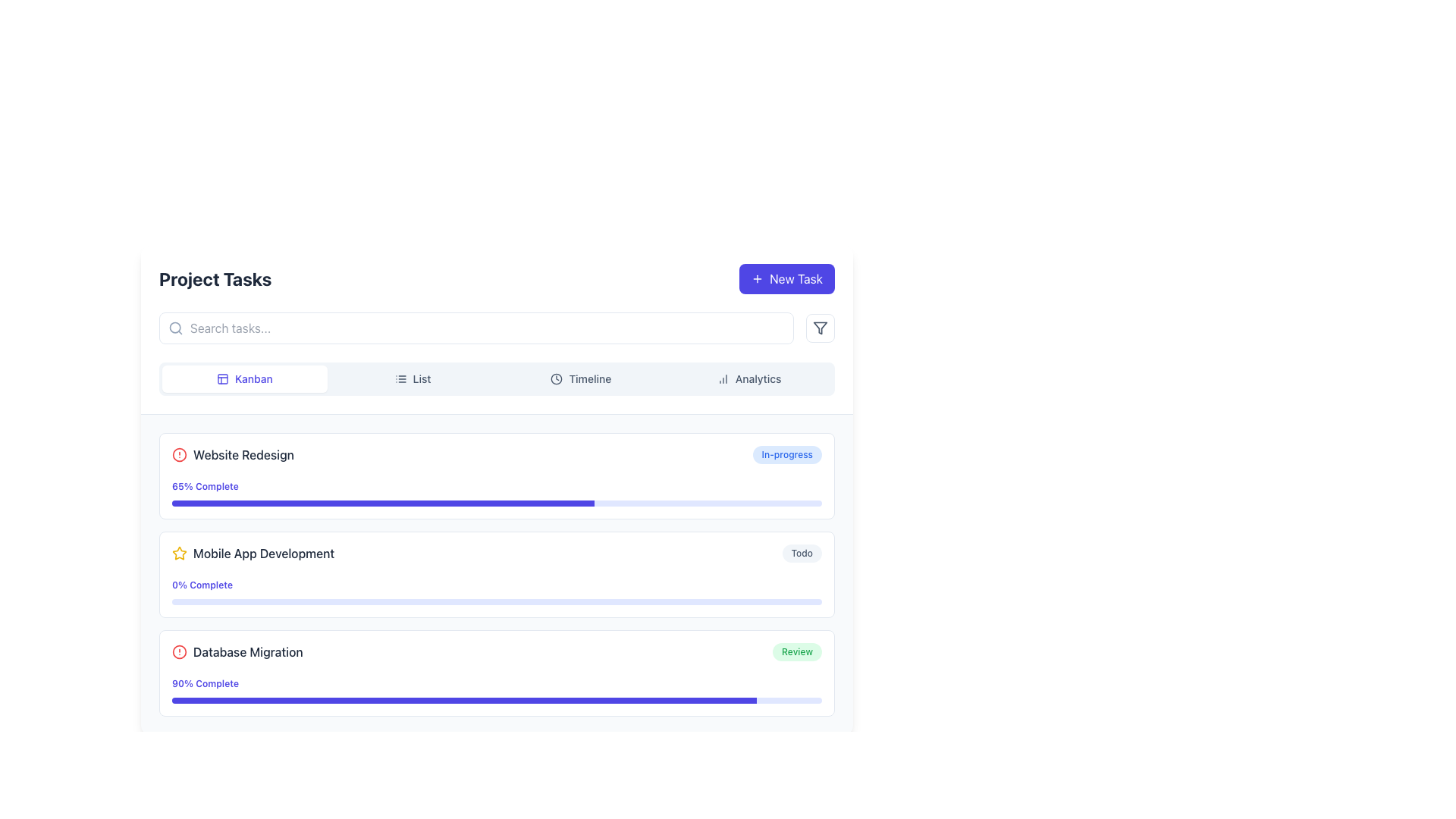 This screenshot has height=819, width=1456. I want to click on the list icon, which consists of three horizontal lines decreasing in length from top to bottom, located to the left of the 'List' text label in the top-center region of the interface, so click(400, 378).